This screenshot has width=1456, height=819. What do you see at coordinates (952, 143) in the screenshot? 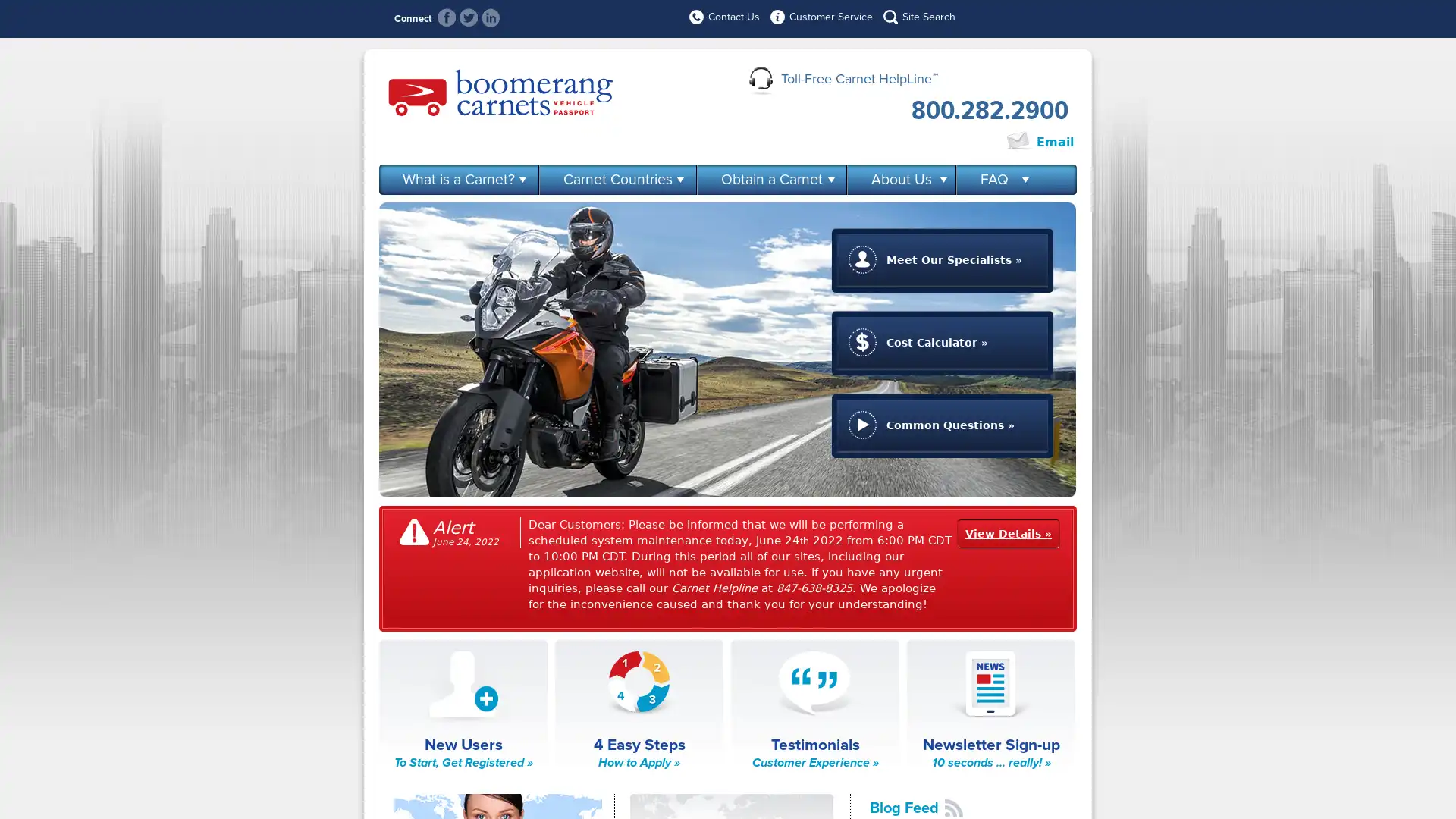
I see `Click to Chat` at bounding box center [952, 143].